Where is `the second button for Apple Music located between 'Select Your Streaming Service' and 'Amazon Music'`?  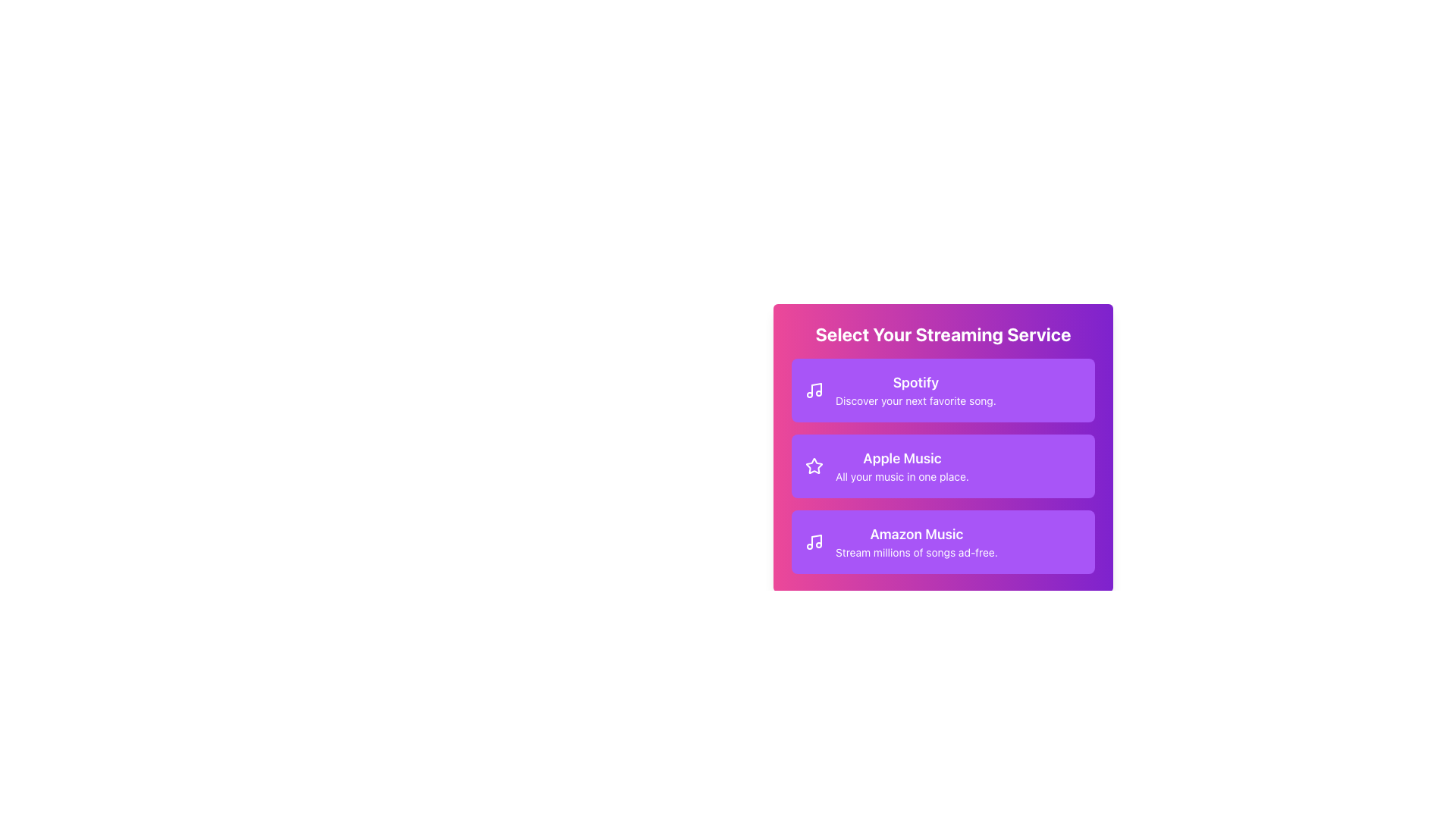
the second button for Apple Music located between 'Select Your Streaming Service' and 'Amazon Music' is located at coordinates (942, 438).